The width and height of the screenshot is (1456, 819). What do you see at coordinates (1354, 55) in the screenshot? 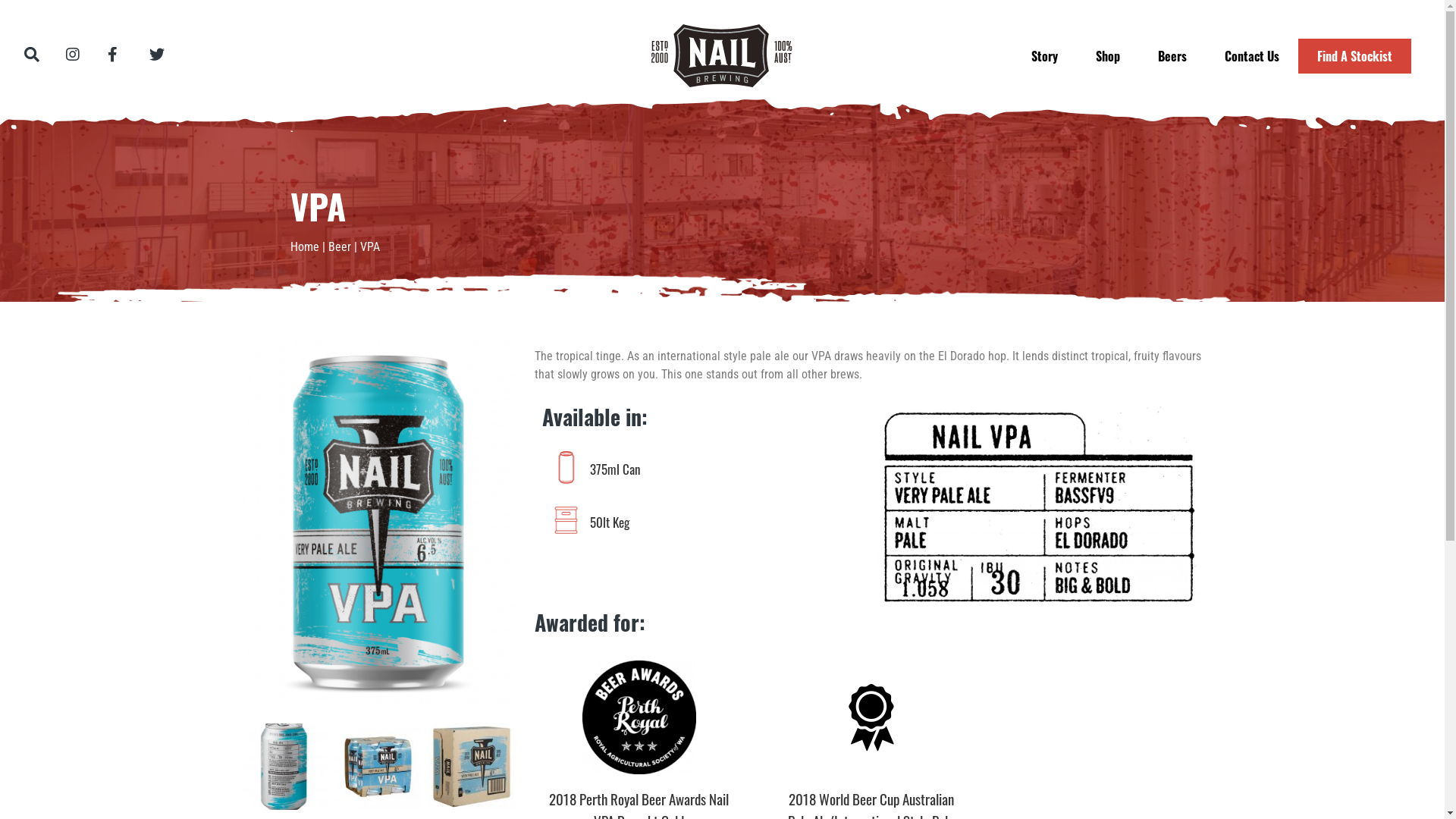
I see `'Find A Stockist'` at bounding box center [1354, 55].